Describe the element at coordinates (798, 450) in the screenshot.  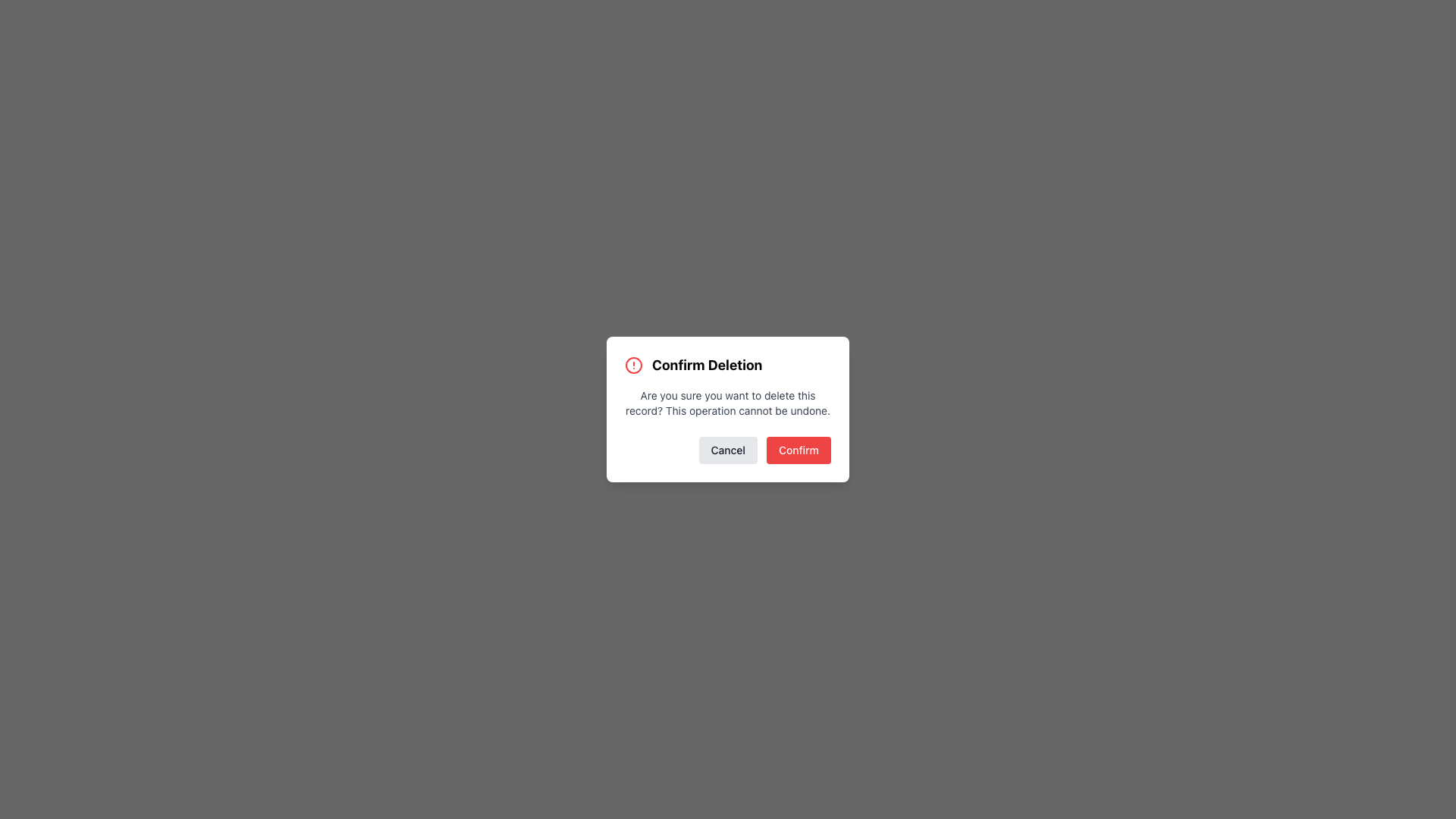
I see `the red 'Confirm' button with rounded borders located at the bottom-right of the dialog box to confirm` at that location.